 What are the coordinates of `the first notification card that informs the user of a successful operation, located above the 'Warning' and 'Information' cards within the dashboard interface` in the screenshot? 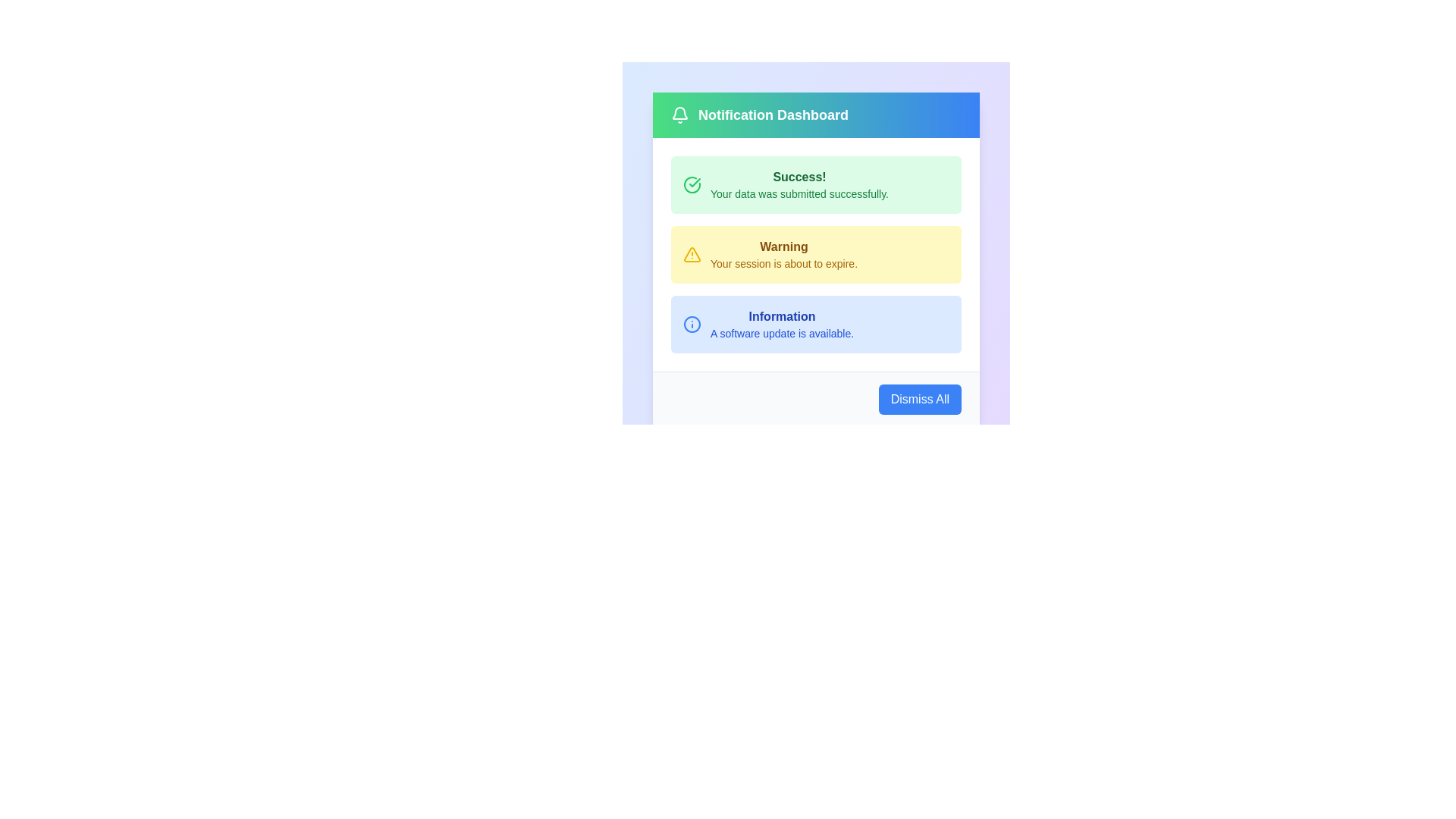 It's located at (815, 184).